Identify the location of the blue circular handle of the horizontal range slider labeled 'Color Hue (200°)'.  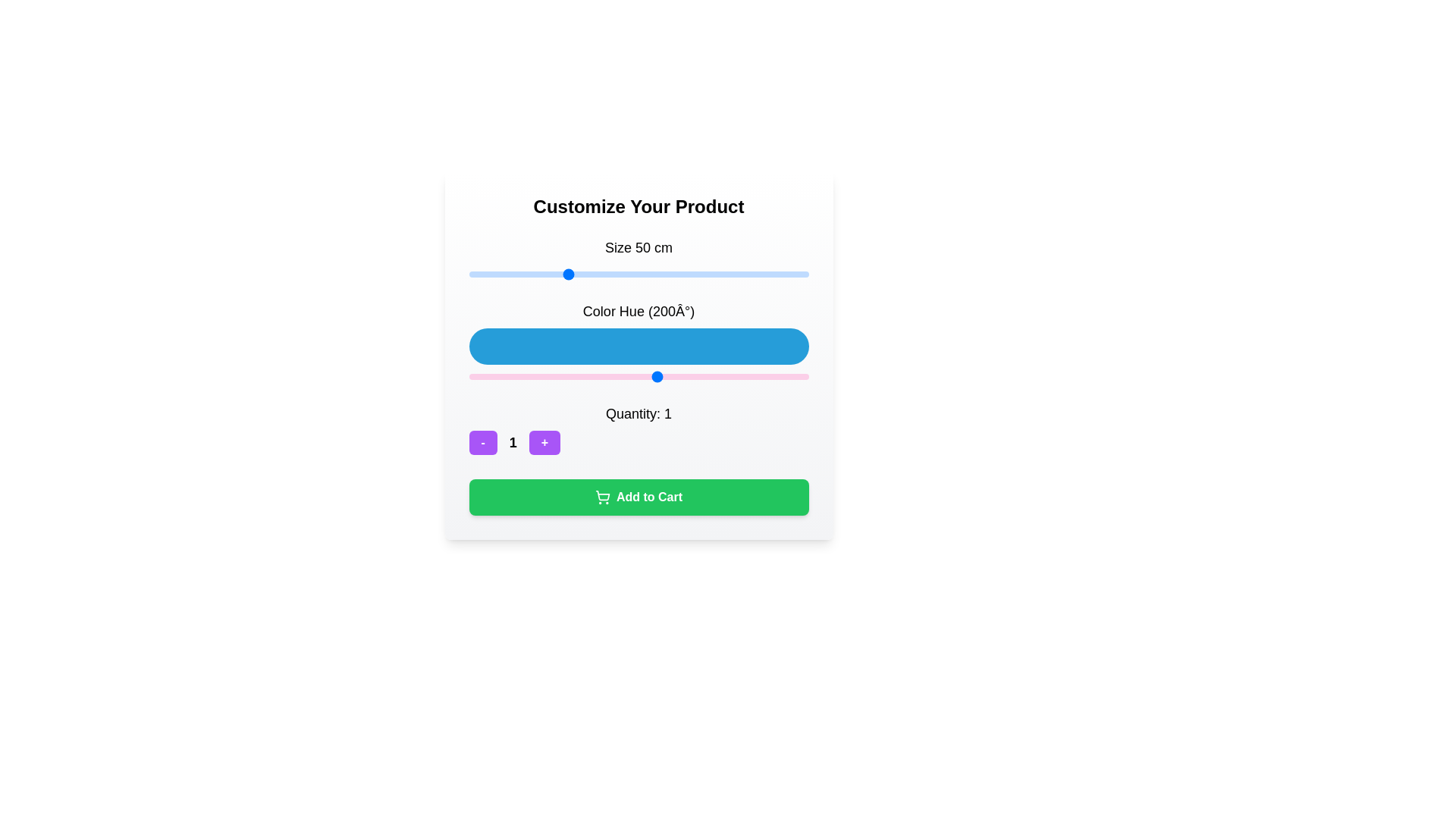
(639, 376).